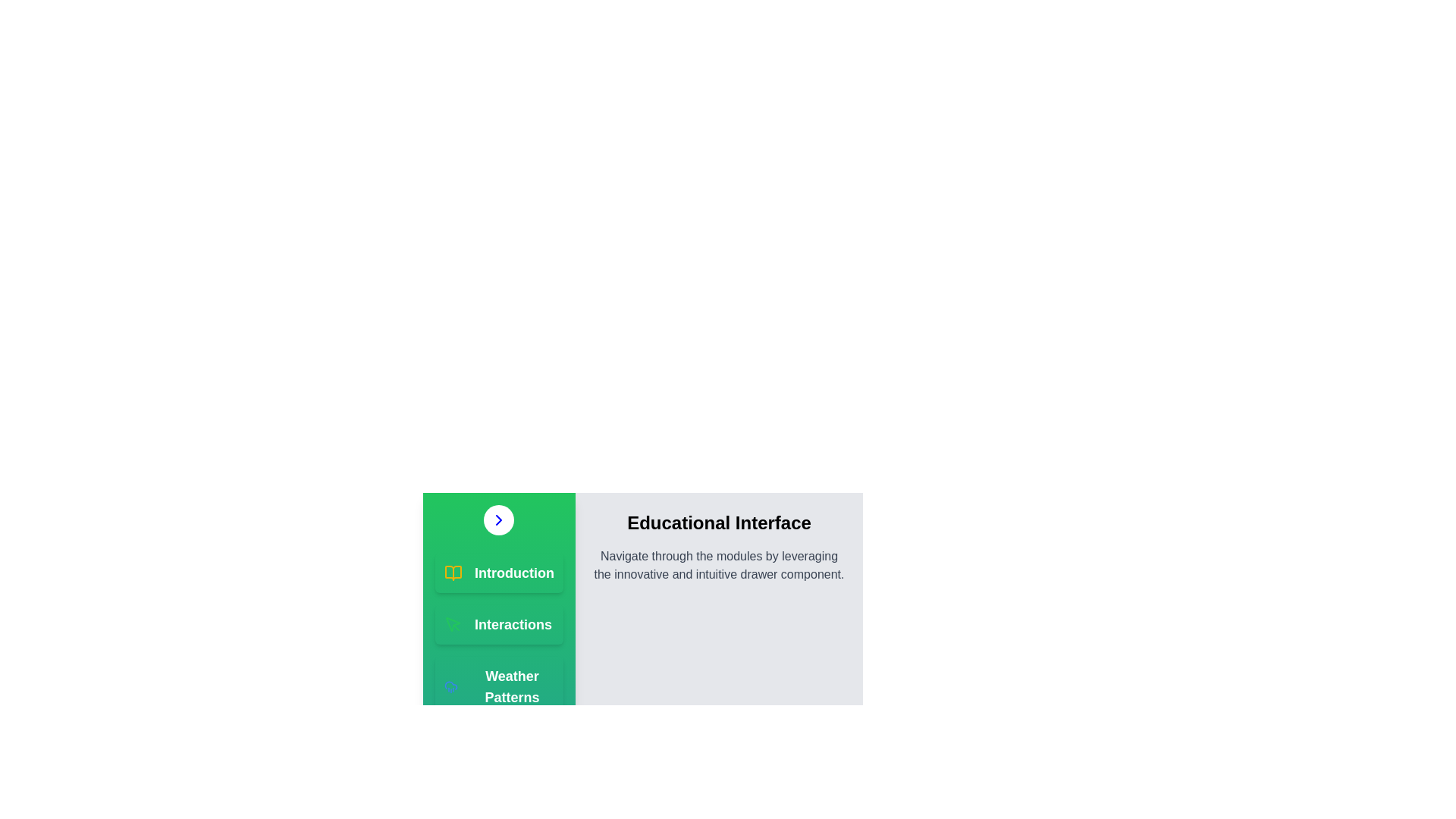  I want to click on the module Interactions from the list, so click(499, 625).